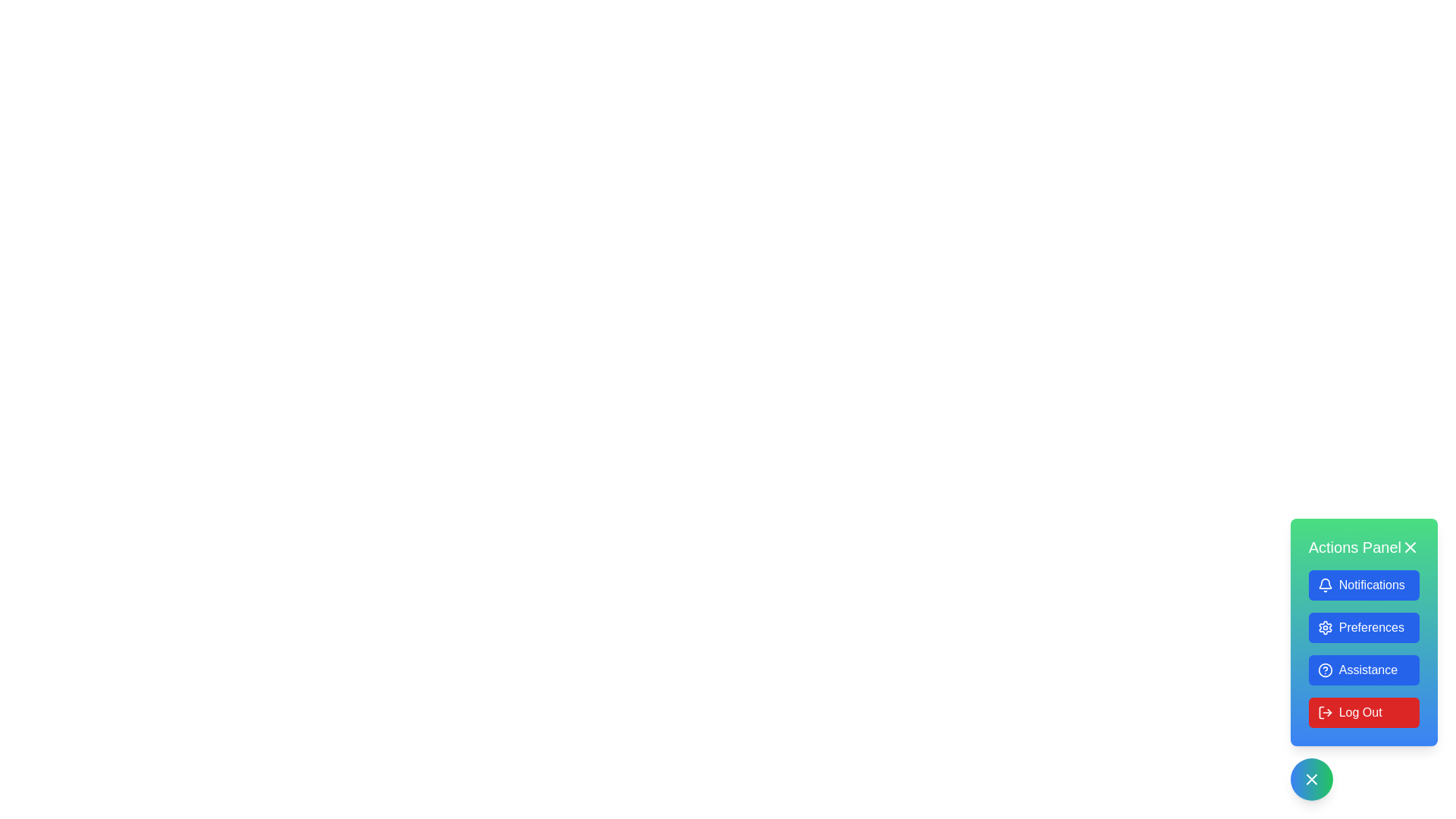 The image size is (1456, 819). I want to click on the SVG graphical element representing a door in the Actions Panel, located next to the 'Log Out' button, so click(1320, 713).